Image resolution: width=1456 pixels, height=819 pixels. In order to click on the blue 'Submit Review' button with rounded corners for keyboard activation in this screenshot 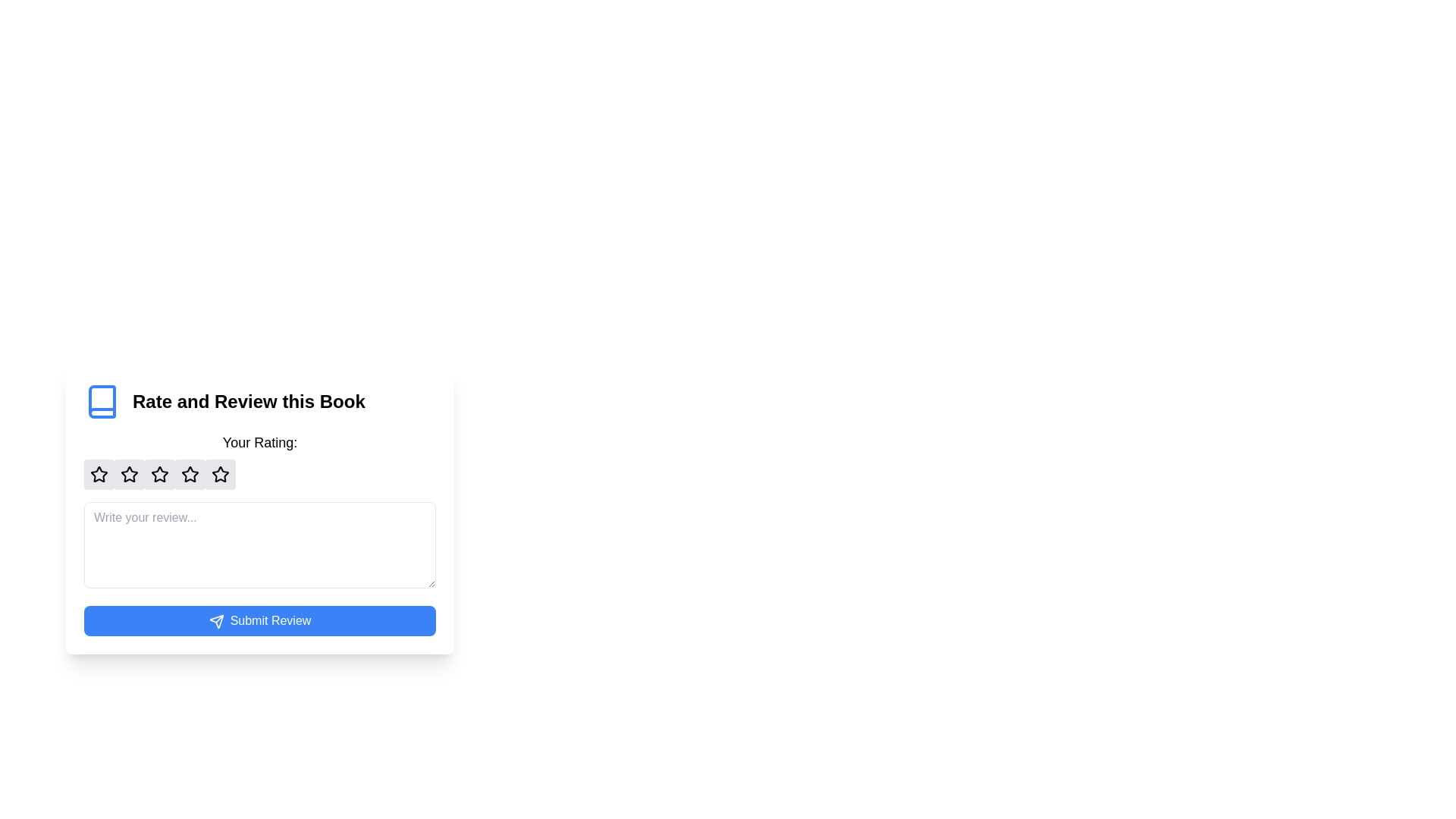, I will do `click(259, 620)`.